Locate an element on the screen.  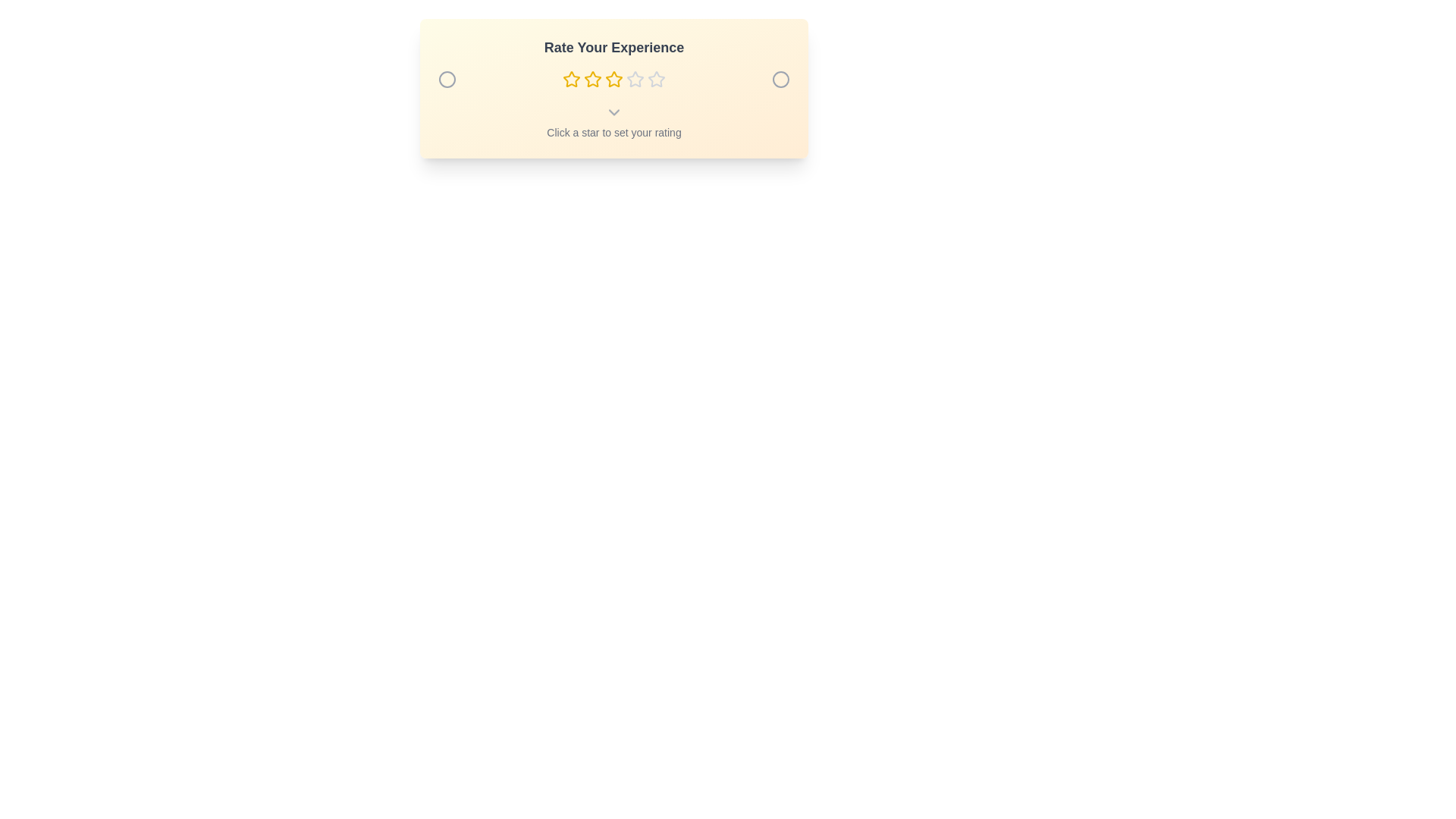
text below the stars is located at coordinates (614, 122).